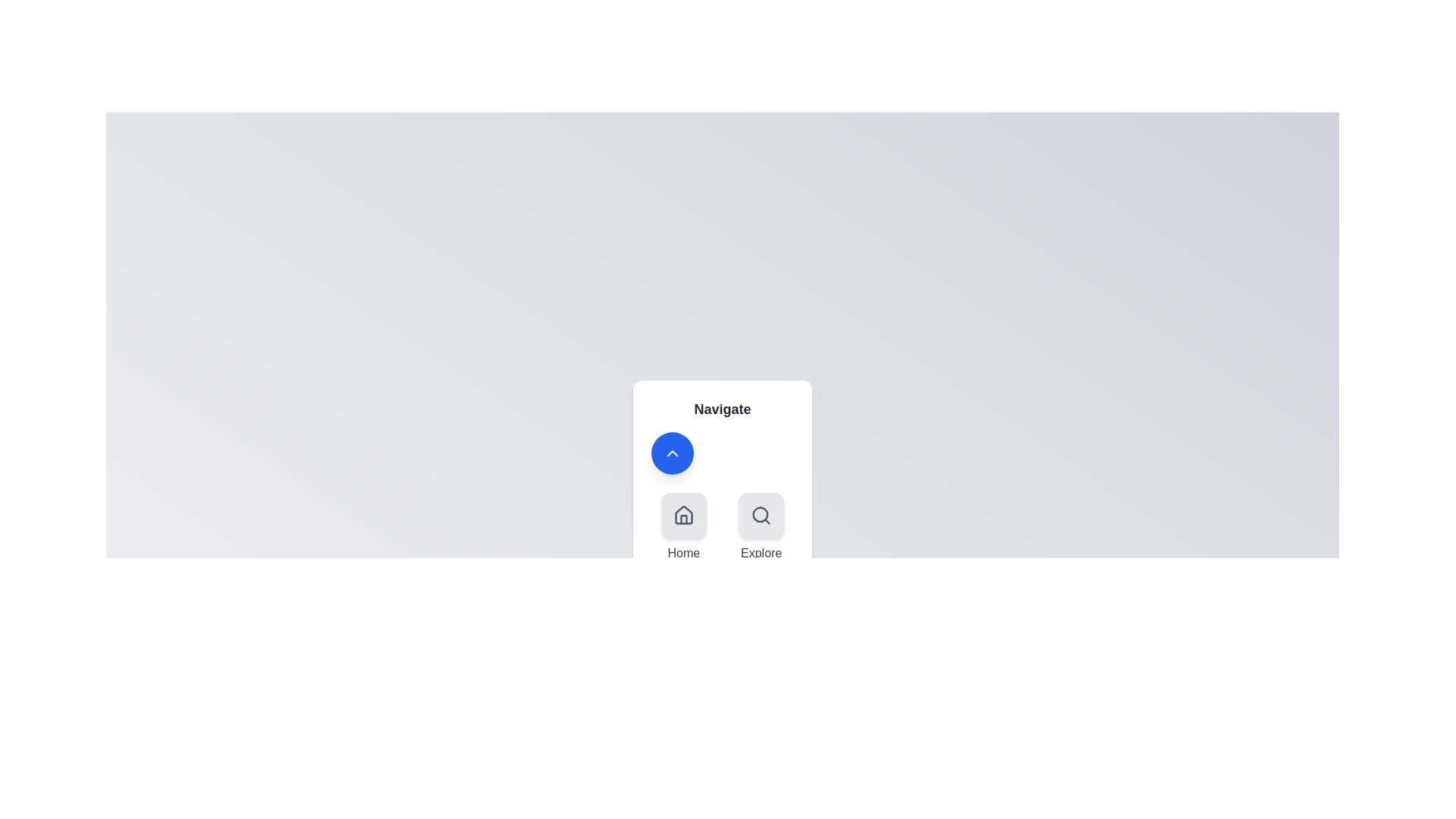  What do you see at coordinates (761, 514) in the screenshot?
I see `the navigation option Explore by clicking its corresponding icon` at bounding box center [761, 514].